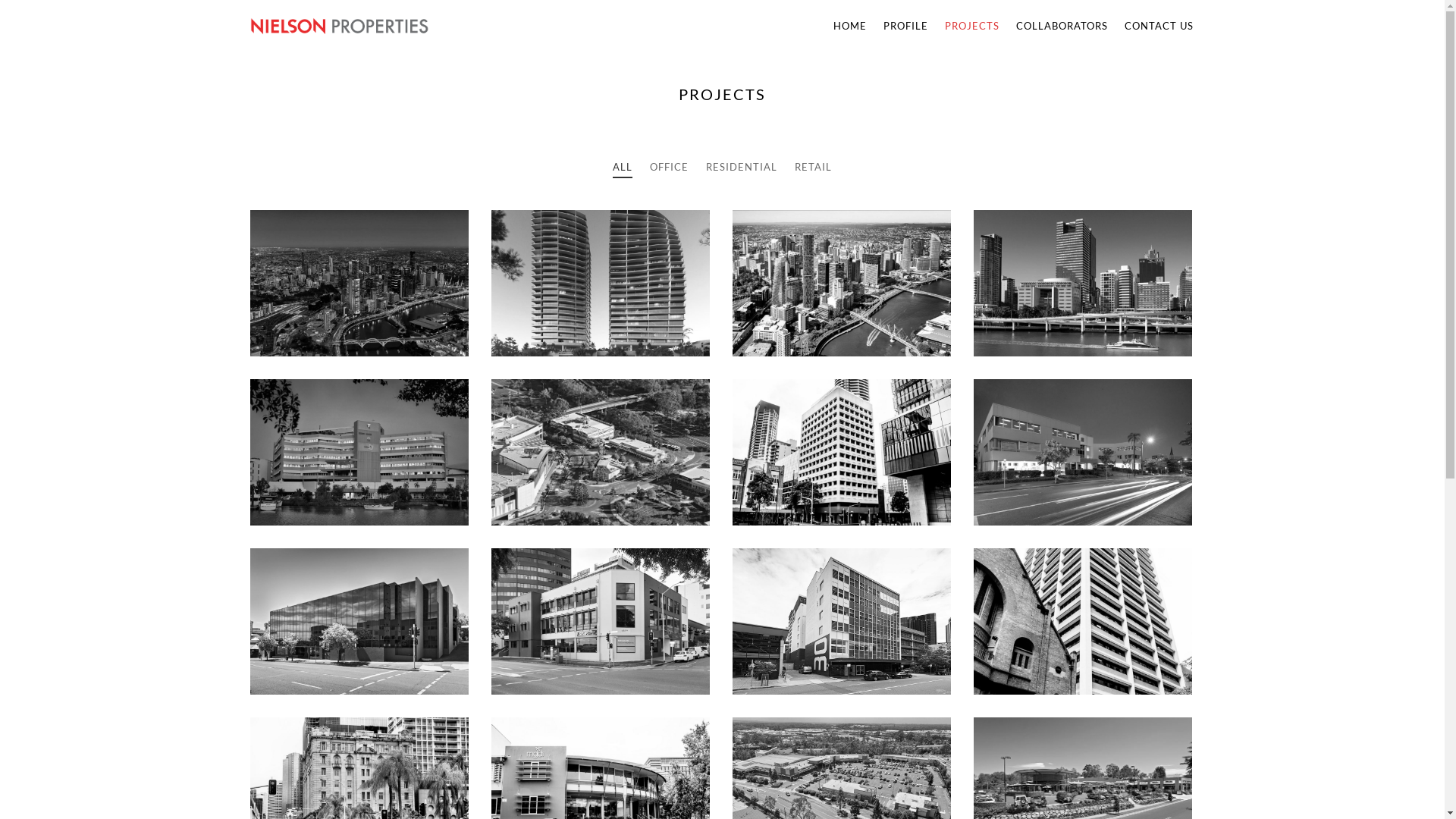  Describe the element at coordinates (1117, 26) in the screenshot. I see `'CONTACT US'` at that location.